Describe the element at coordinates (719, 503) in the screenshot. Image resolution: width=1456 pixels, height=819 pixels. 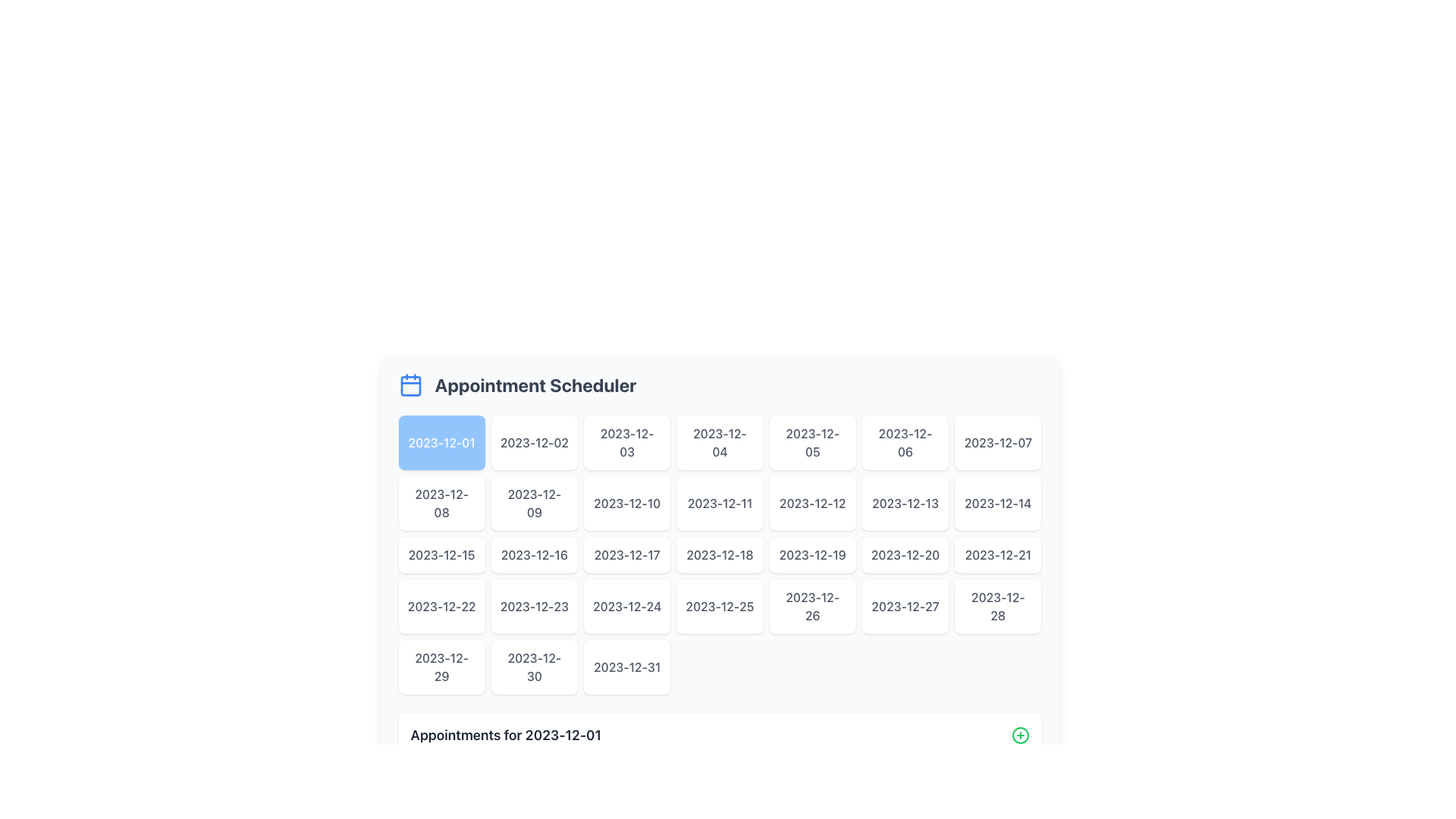
I see `the rectangular button labeled '2023-12-11'` at that location.